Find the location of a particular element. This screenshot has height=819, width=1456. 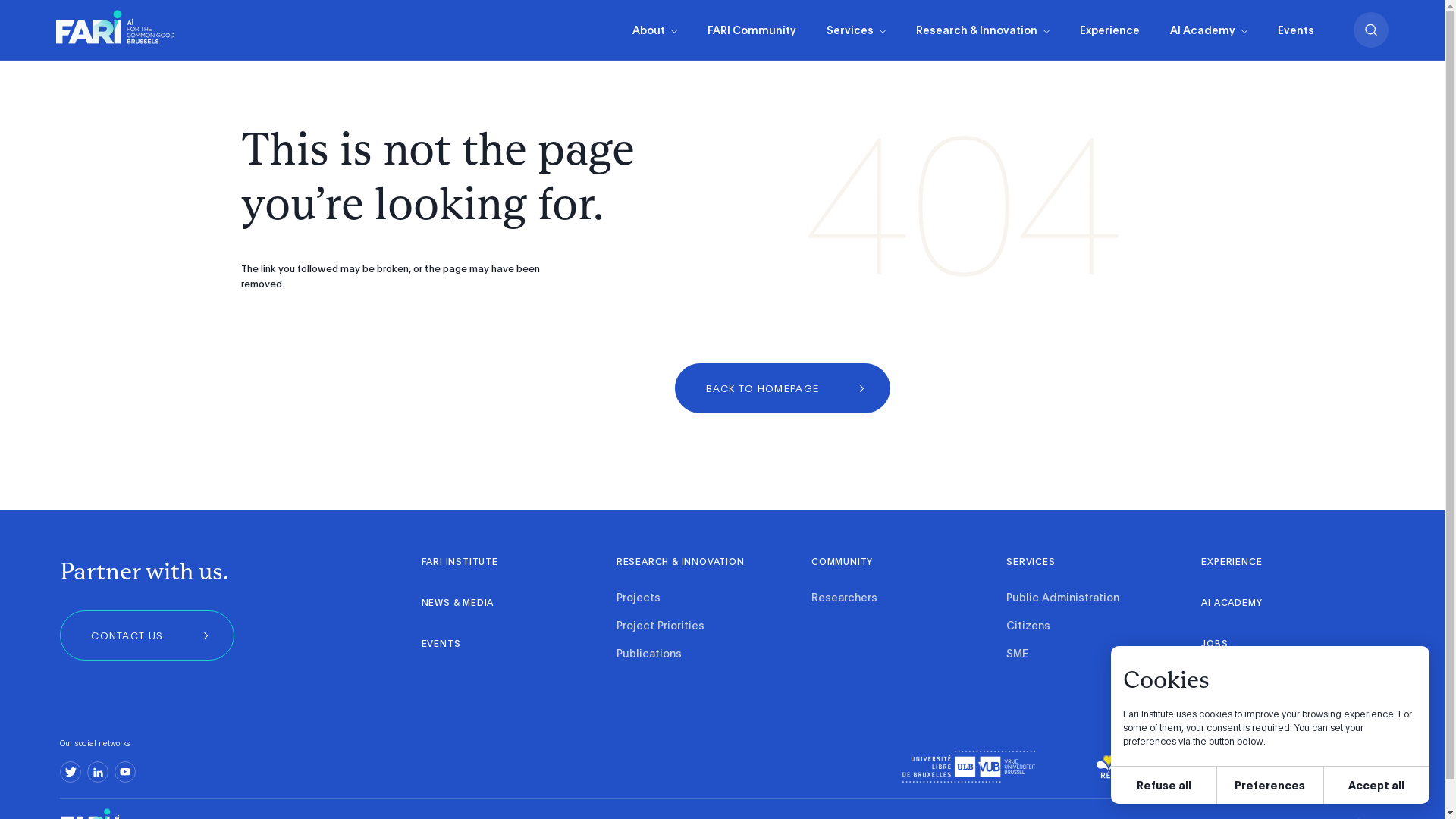

'Project Priorities' is located at coordinates (660, 626).